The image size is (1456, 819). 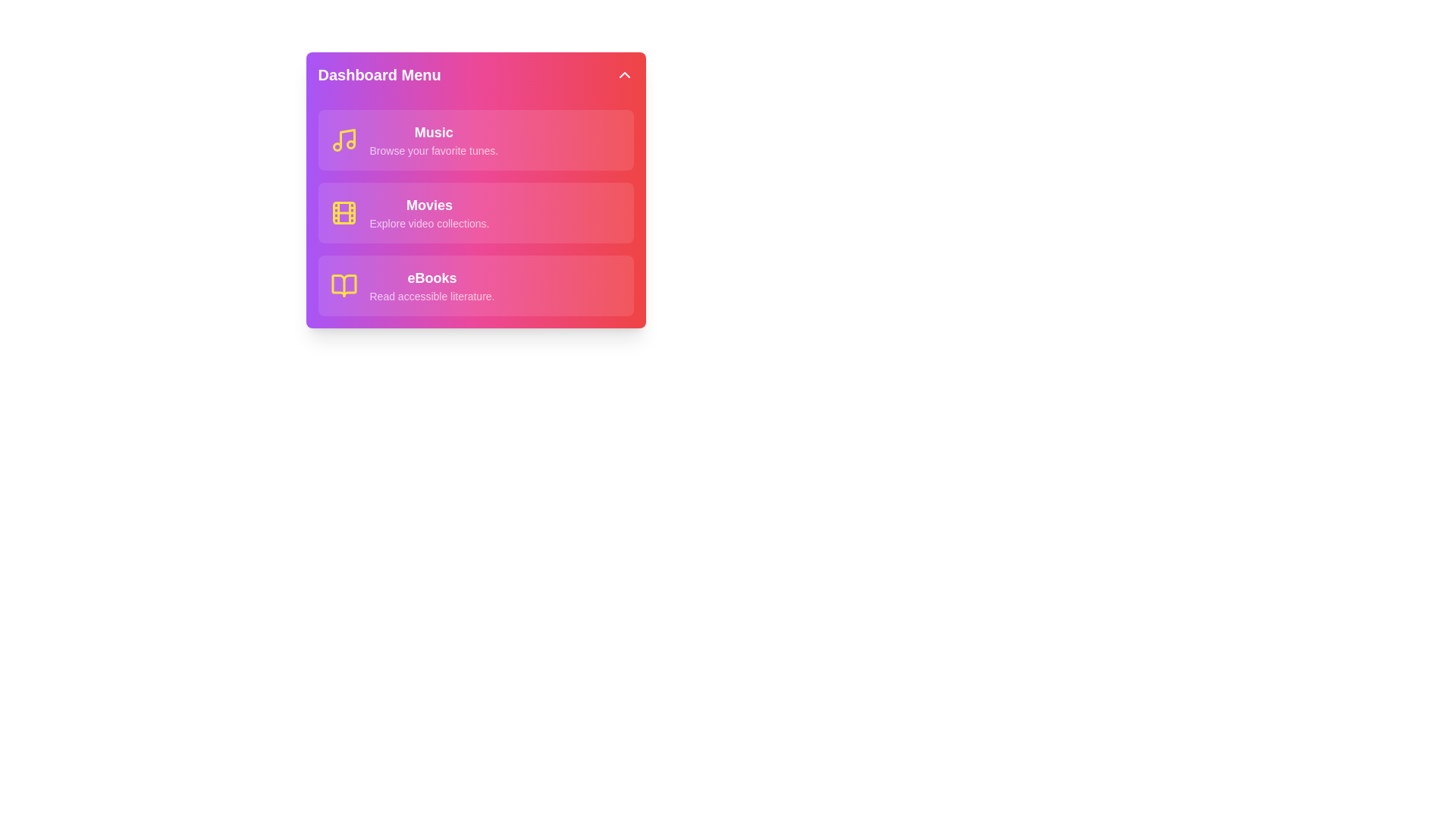 I want to click on the menu item Music to see the hover effect, so click(x=475, y=140).